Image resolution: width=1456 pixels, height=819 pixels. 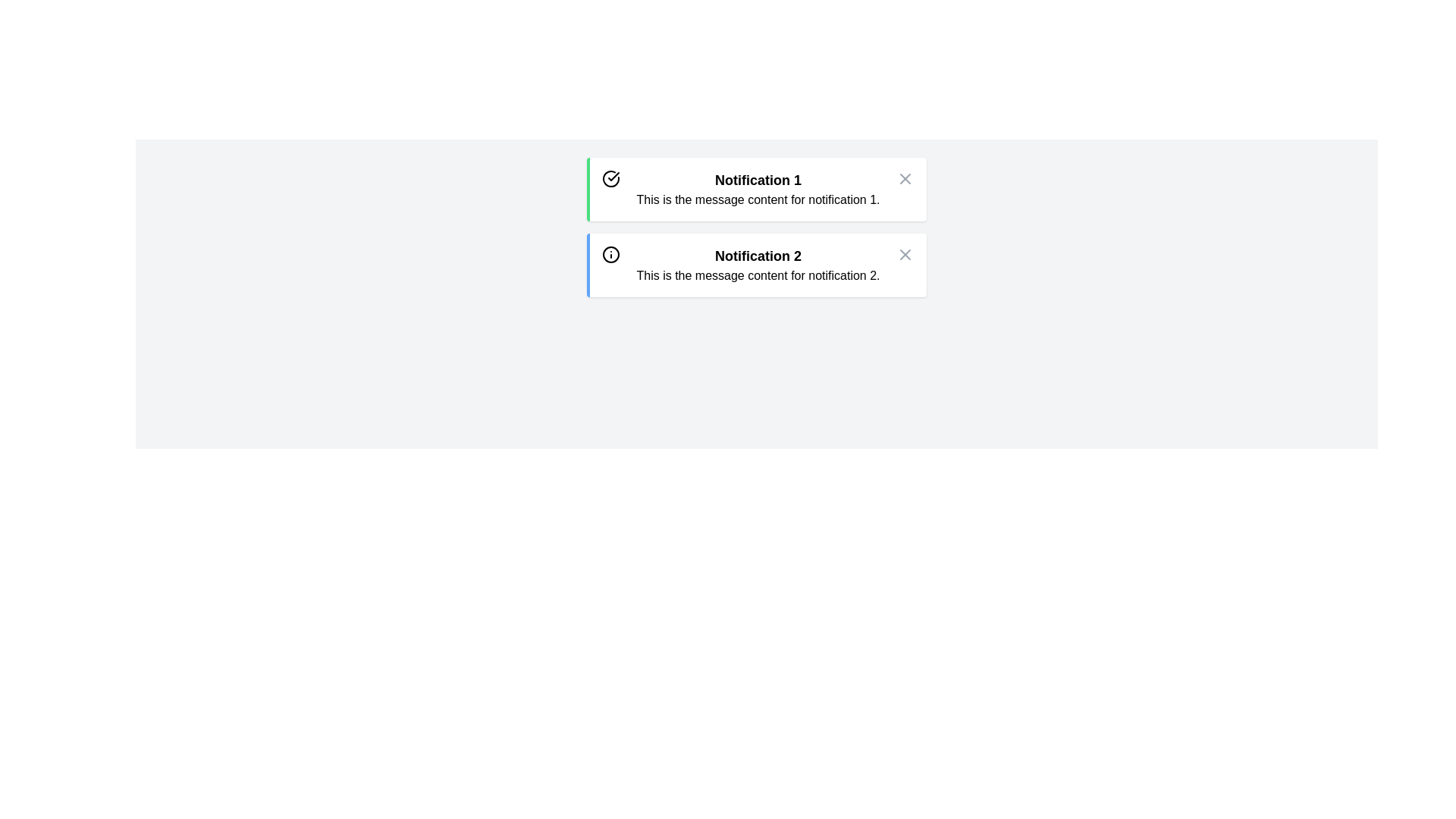 What do you see at coordinates (905, 253) in the screenshot?
I see `the 'X' icon in the top-right corner of the notification card labeled 'Notification 1' to indicate the close or dismiss action` at bounding box center [905, 253].